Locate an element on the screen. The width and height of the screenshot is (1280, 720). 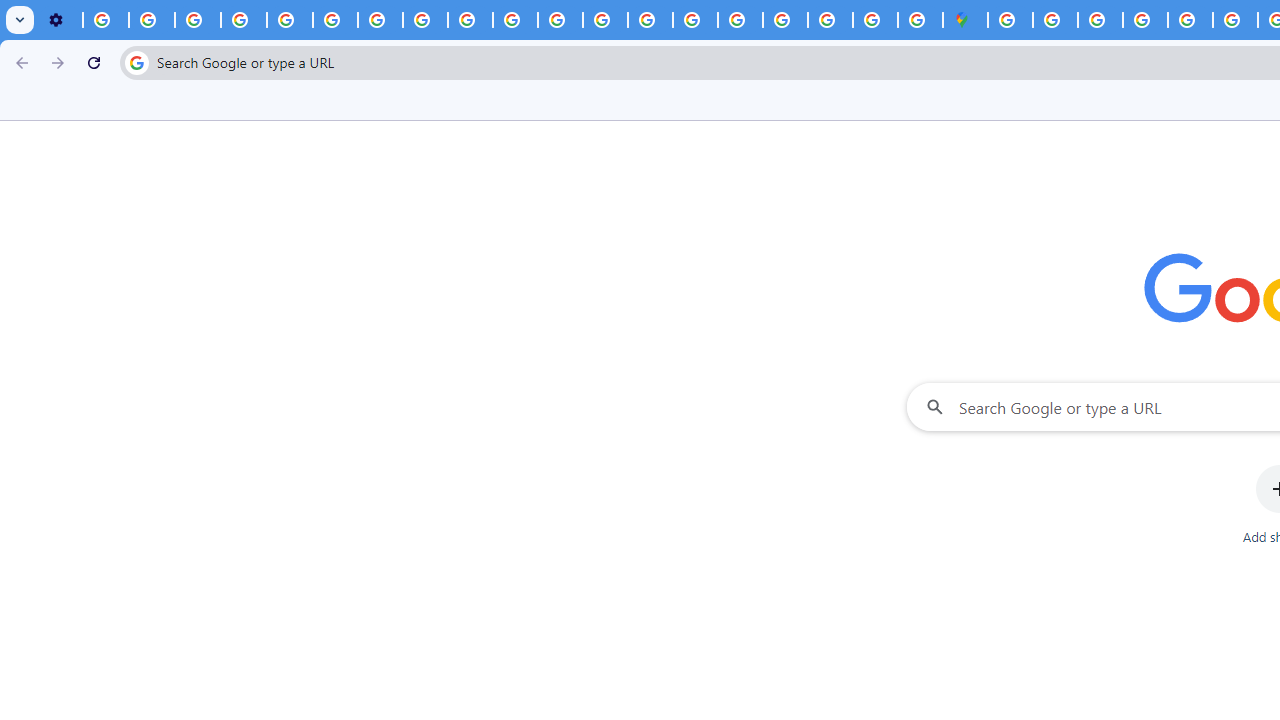
'Settings - Customize profile' is located at coordinates (60, 20).